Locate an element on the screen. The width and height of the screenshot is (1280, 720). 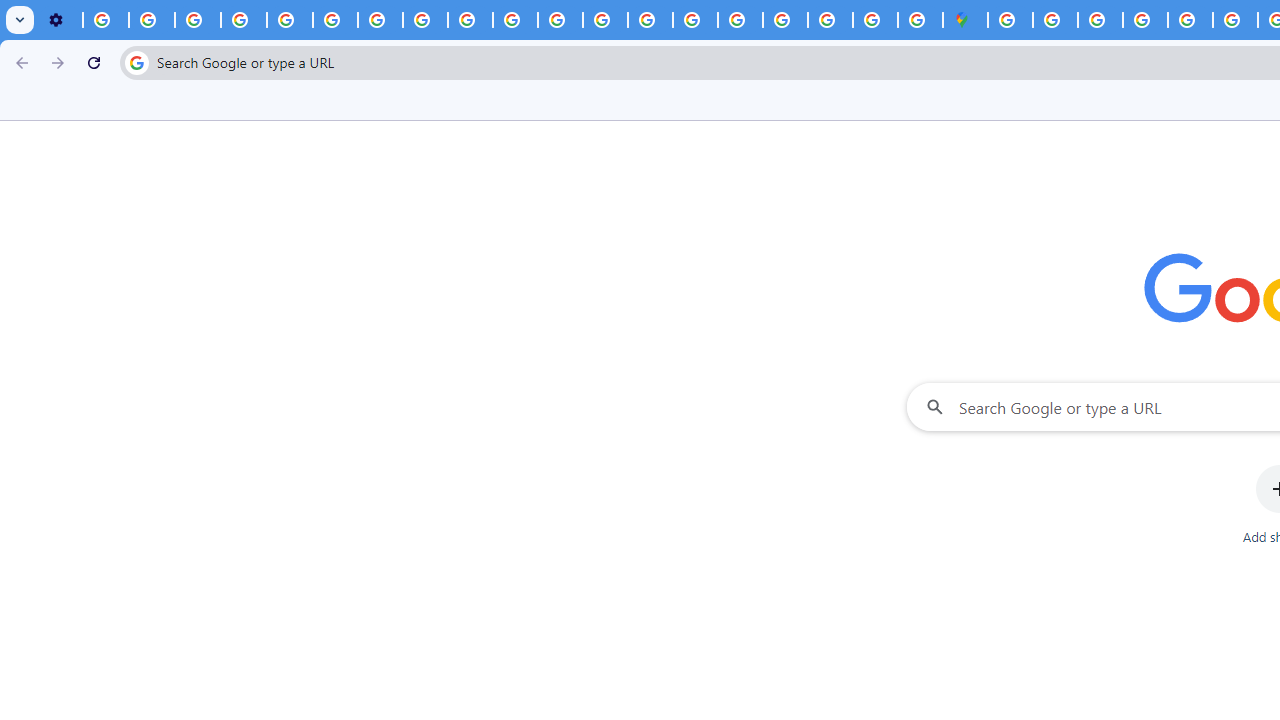
'Settings - Customize profile' is located at coordinates (60, 20).